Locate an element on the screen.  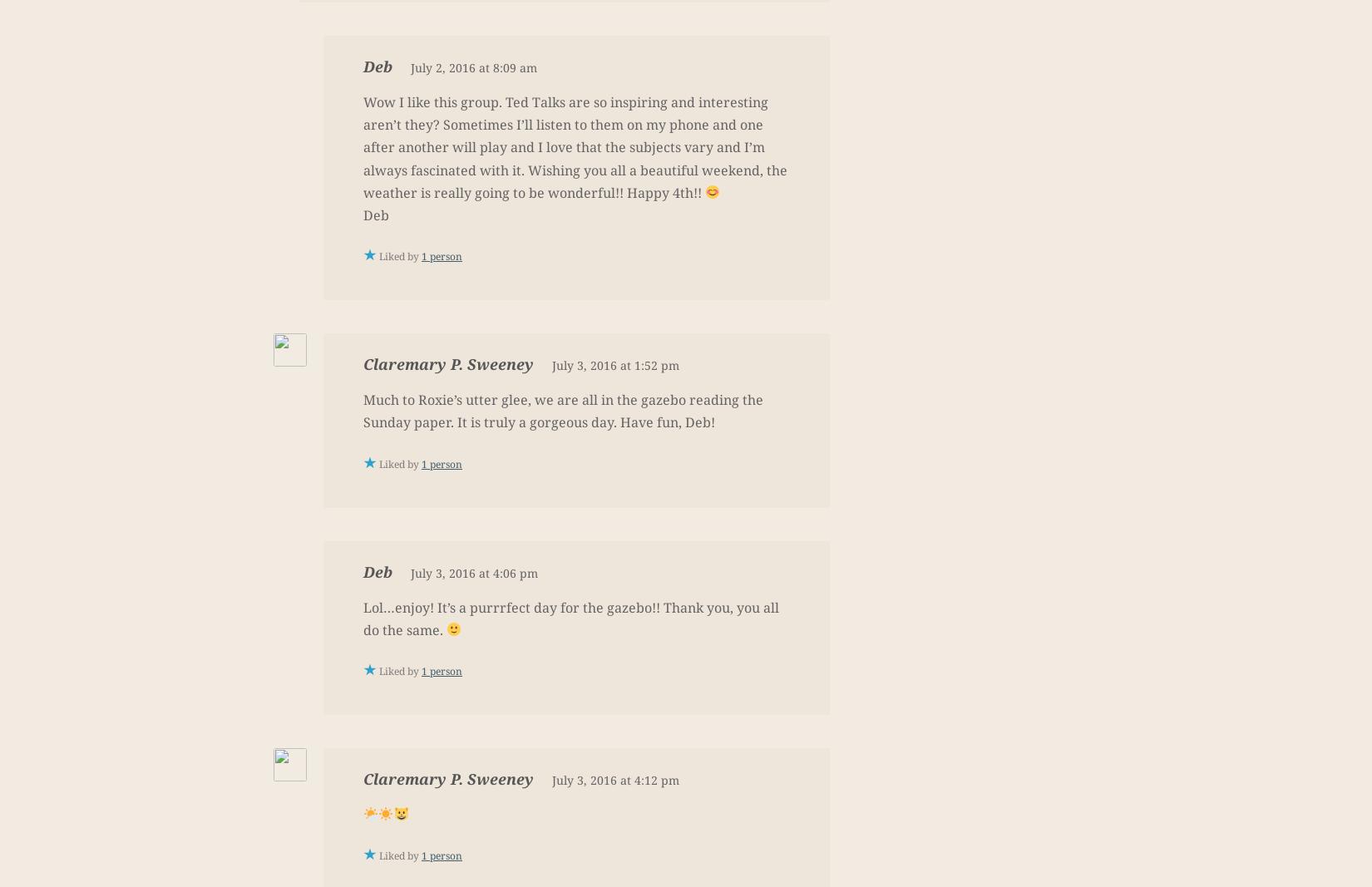
'Wow I like this group.  Ted Talks are so inspiring and interesting aren’t they?  Sometimes I’ll listen to them on my phone and one after another will play and I love that the subjects vary and I’m always fascinated with it.  Wishing you all a beautiful weekend, the weather is really going to be wonderful!!  Happy 4th!!' is located at coordinates (575, 146).